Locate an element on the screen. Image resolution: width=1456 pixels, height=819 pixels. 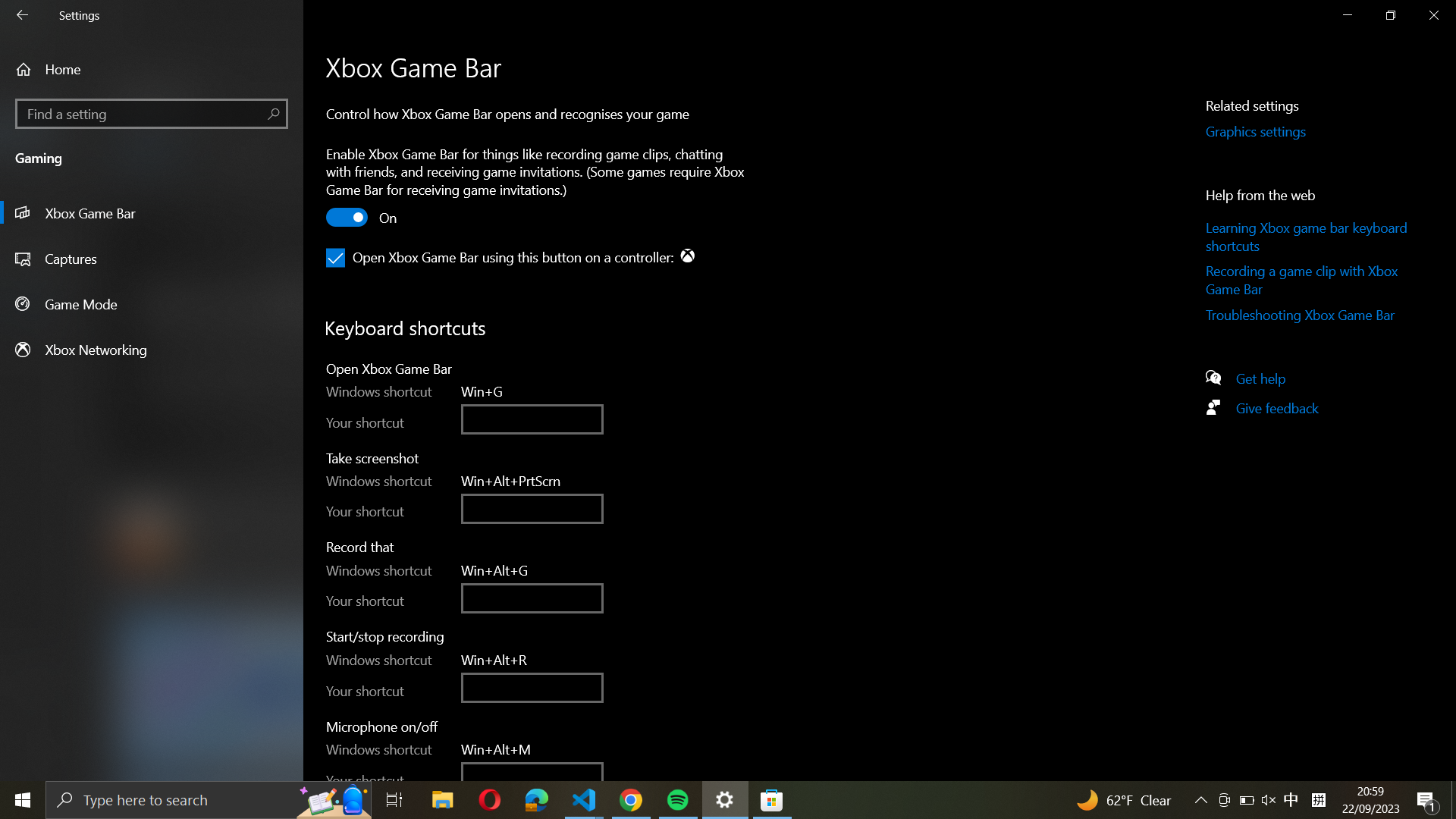
the main menu in settings by pressing on the home icon is located at coordinates (152, 69).